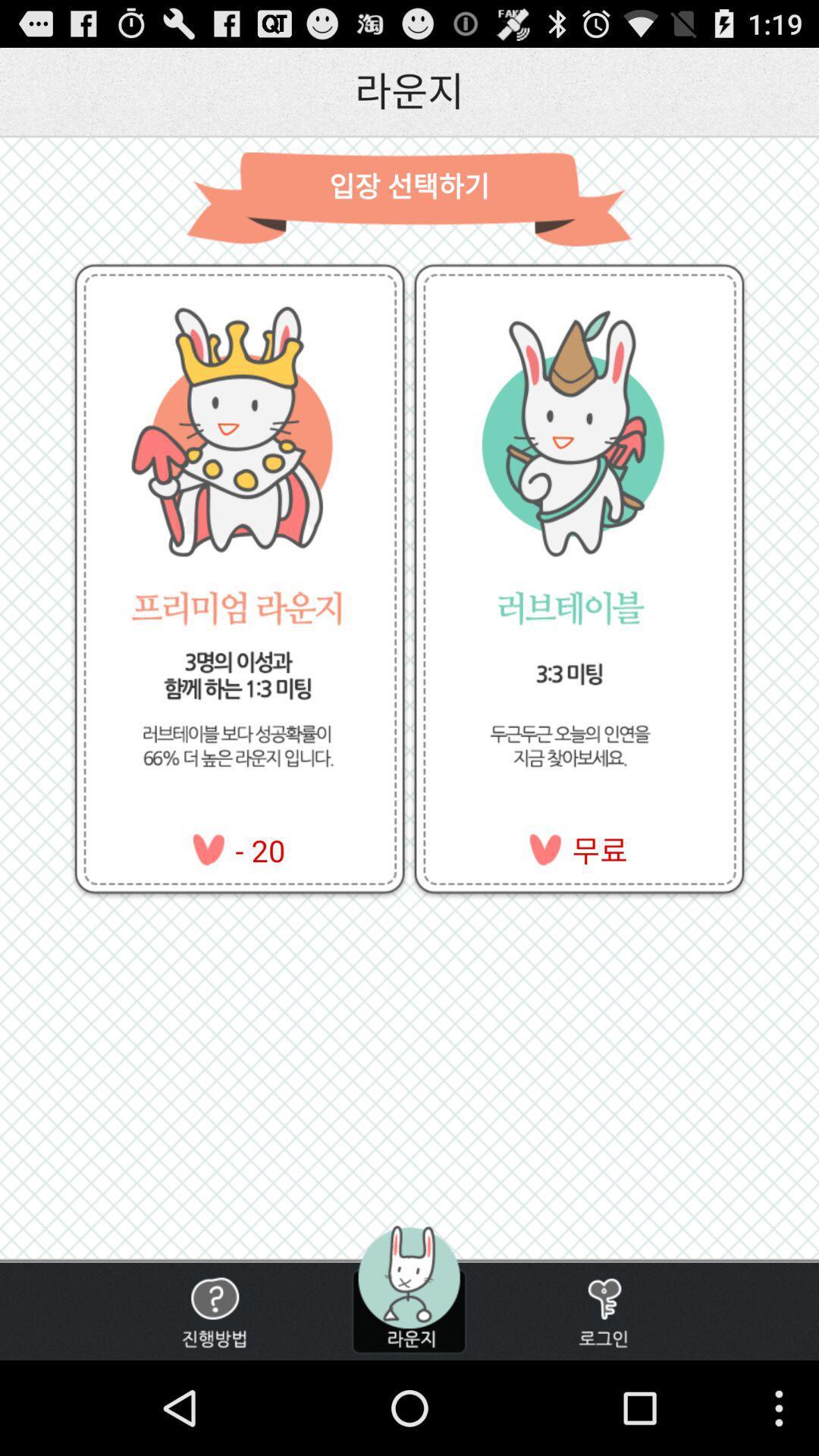 The image size is (819, 1456). I want to click on option, so click(214, 1310).